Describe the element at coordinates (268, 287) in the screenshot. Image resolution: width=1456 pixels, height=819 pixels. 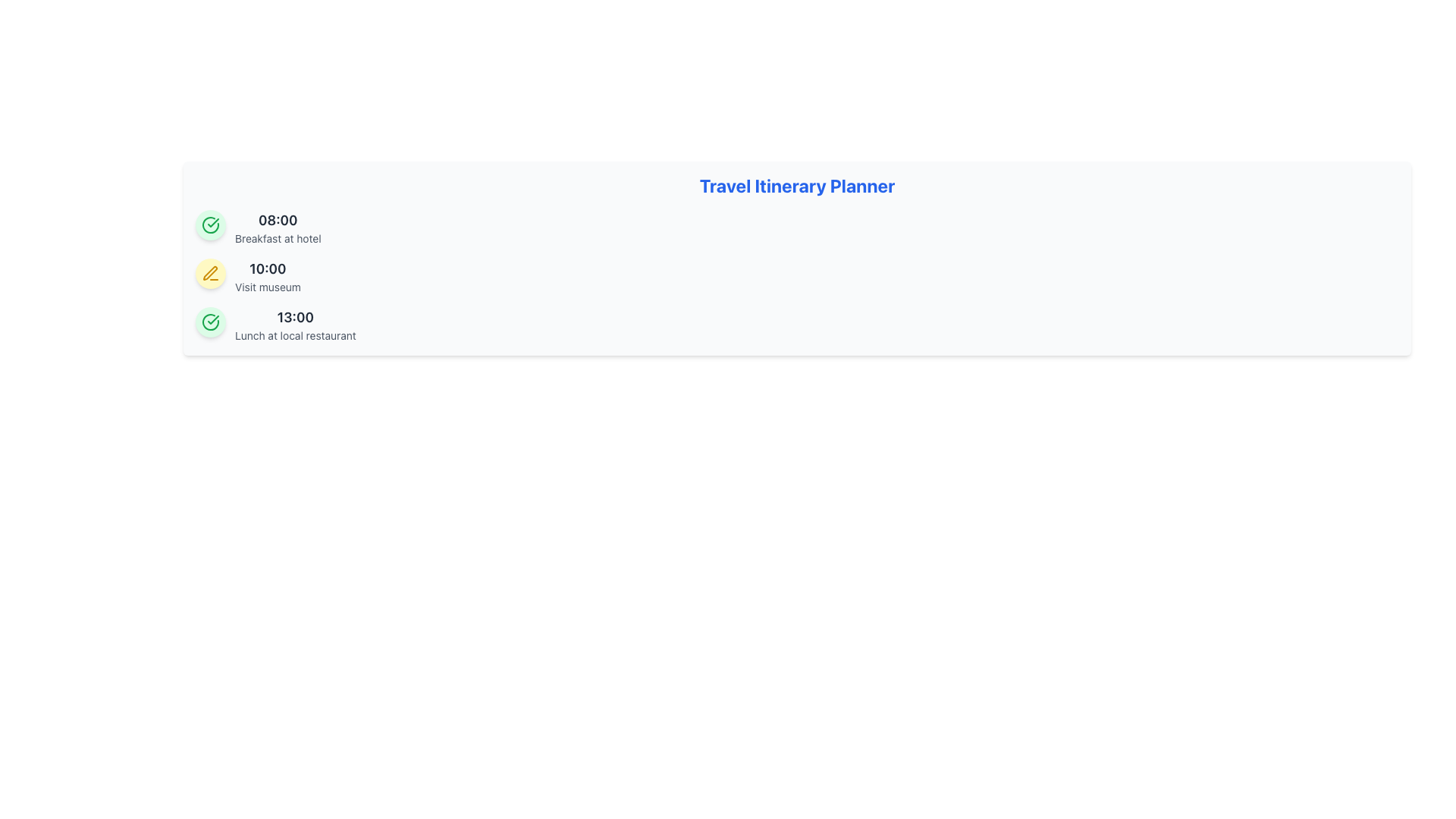
I see `the label displaying the scheduled activity for 10:00, which is the second entry in the itinerary list` at that location.